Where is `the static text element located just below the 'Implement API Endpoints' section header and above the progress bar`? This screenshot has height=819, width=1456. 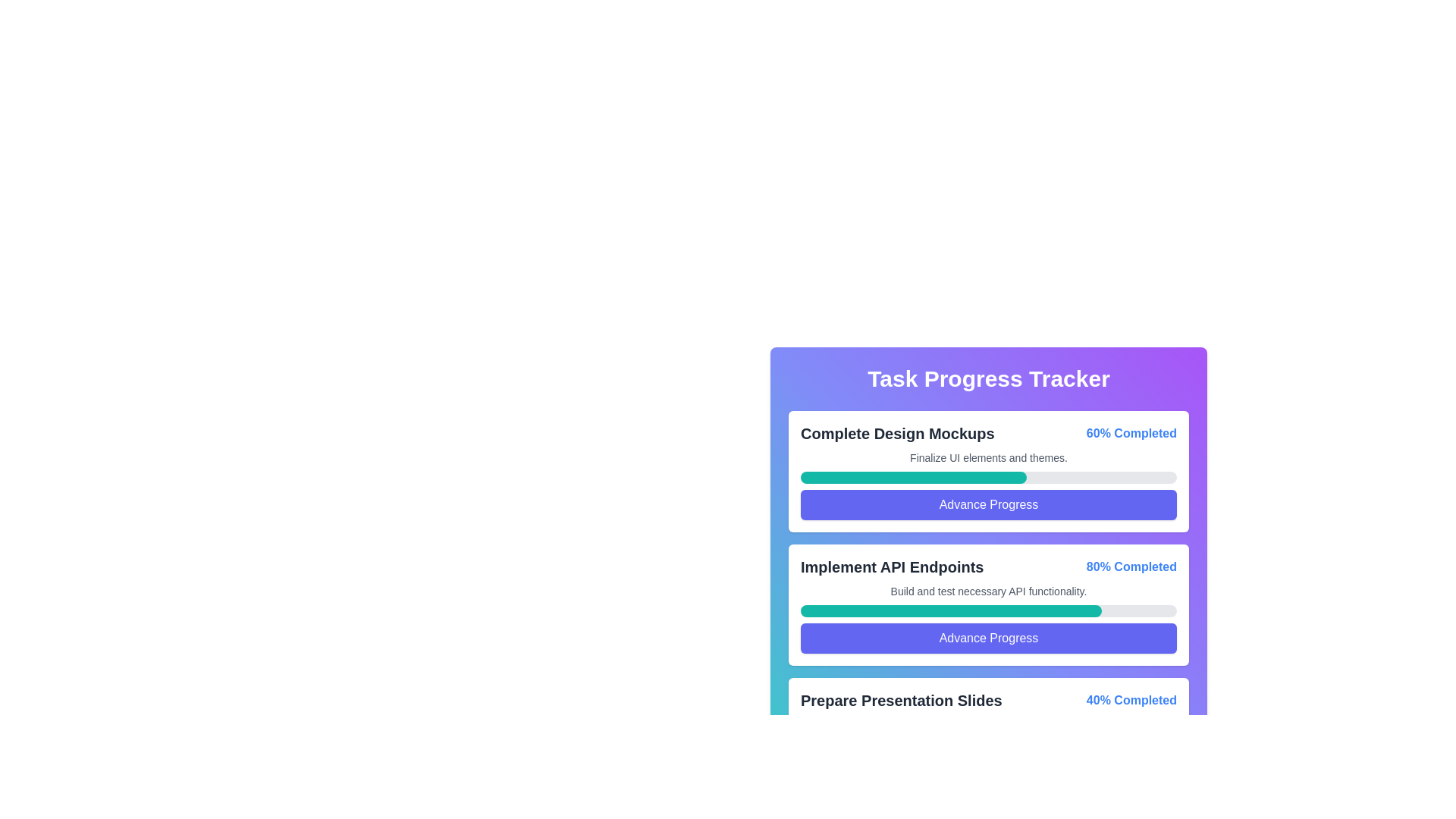 the static text element located just below the 'Implement API Endpoints' section header and above the progress bar is located at coordinates (989, 590).